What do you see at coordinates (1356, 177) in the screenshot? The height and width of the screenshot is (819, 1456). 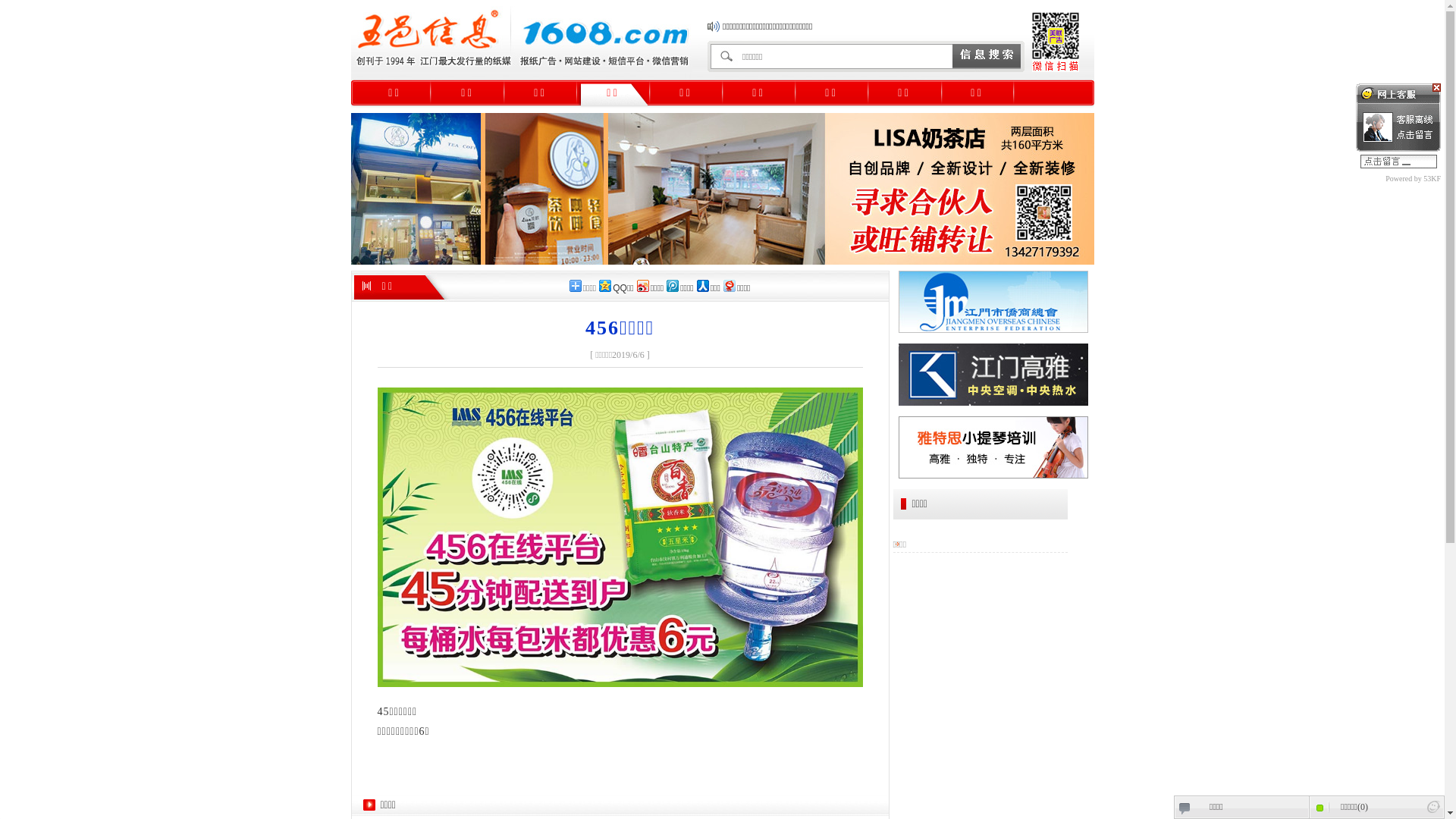 I see `'Powered by 53KF'` at bounding box center [1356, 177].